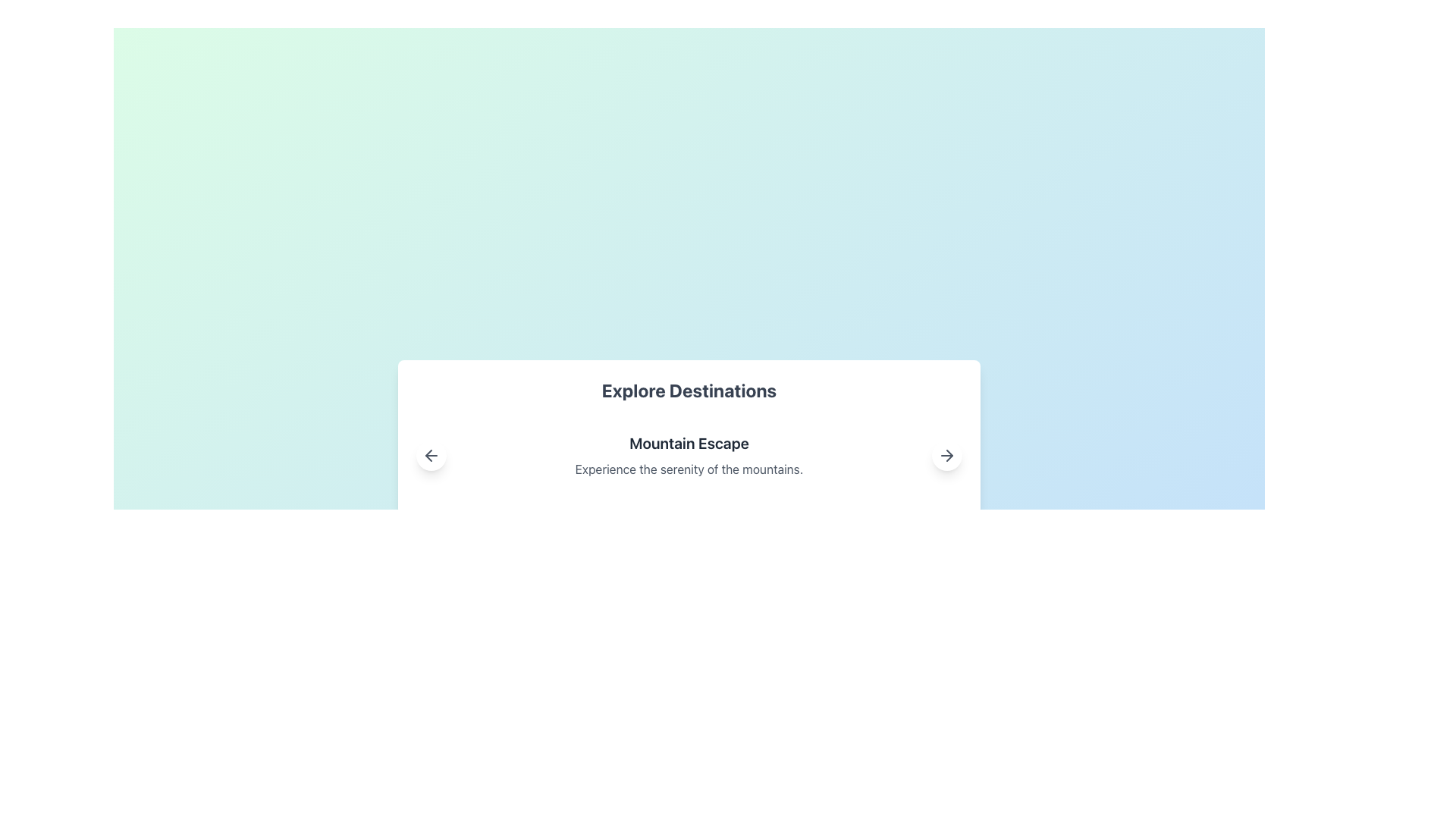 The image size is (1456, 819). What do you see at coordinates (946, 455) in the screenshot?
I see `the arrow icon located at the center of the circular button on the far-right side of the white rectangular panel for the 'Mountain Escape' section` at bounding box center [946, 455].